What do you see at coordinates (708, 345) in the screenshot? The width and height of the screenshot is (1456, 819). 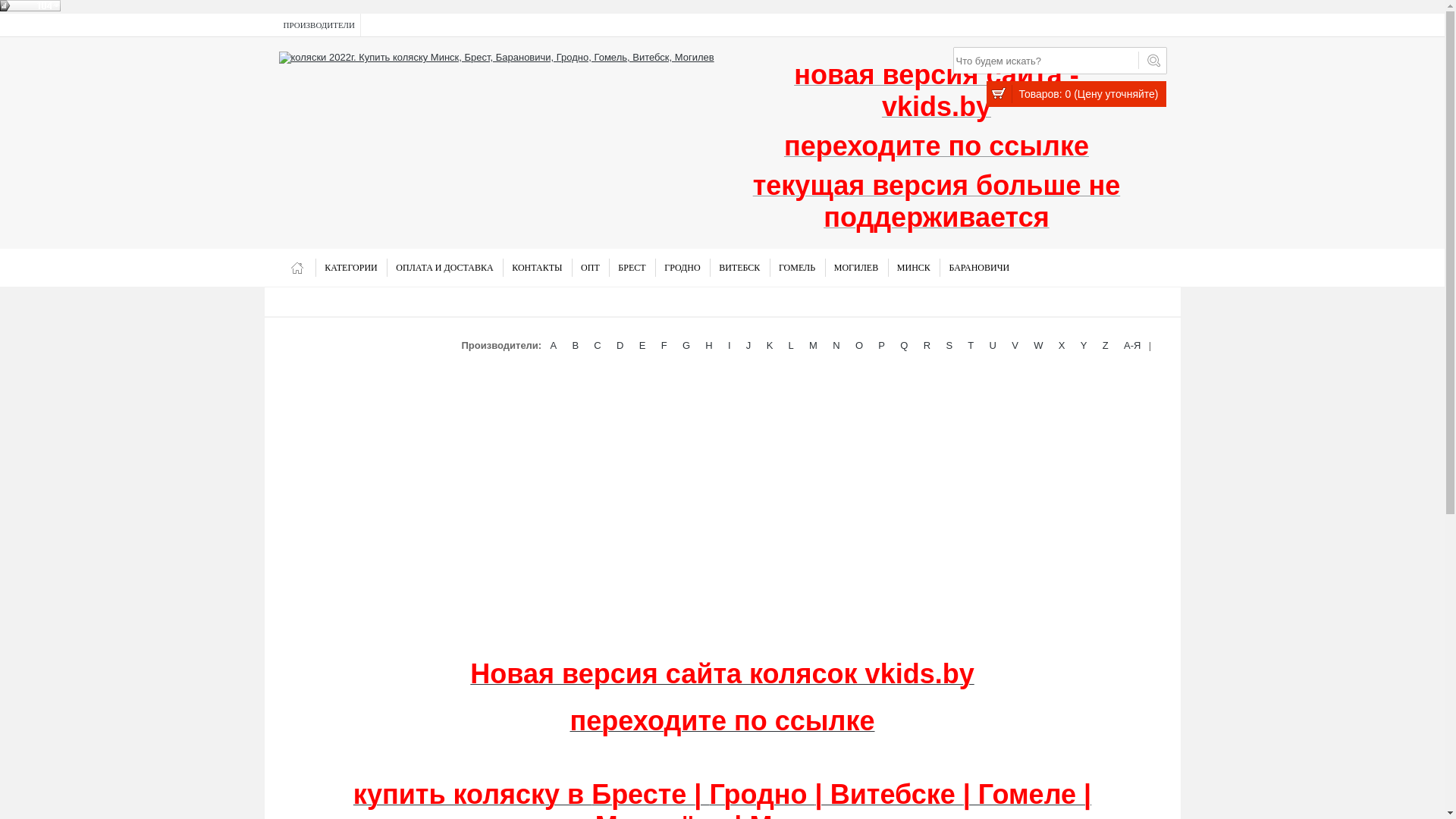 I see `'H'` at bounding box center [708, 345].